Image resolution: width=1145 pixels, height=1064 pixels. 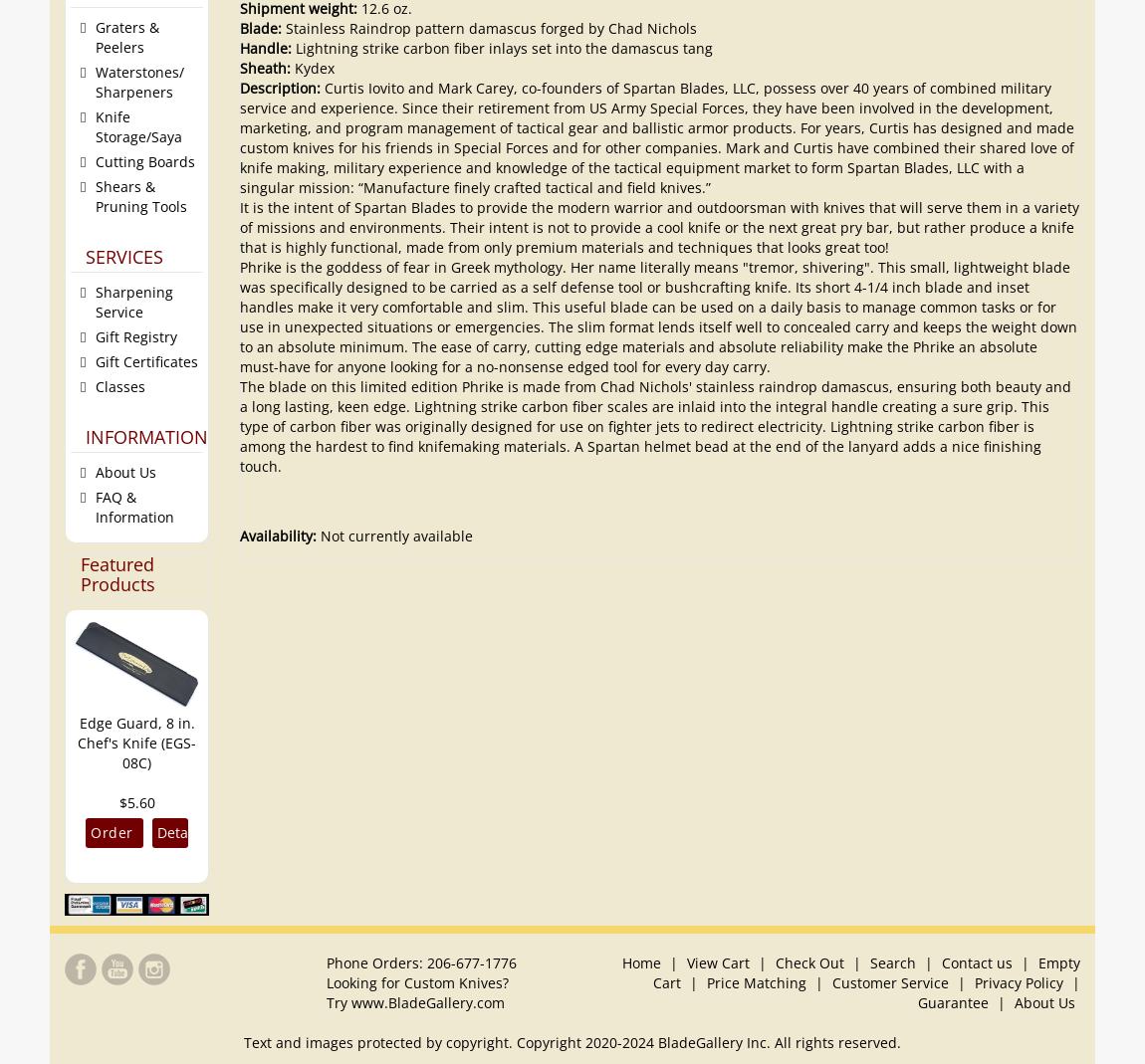 What do you see at coordinates (140, 195) in the screenshot?
I see `'Shears & Pruning Tools'` at bounding box center [140, 195].